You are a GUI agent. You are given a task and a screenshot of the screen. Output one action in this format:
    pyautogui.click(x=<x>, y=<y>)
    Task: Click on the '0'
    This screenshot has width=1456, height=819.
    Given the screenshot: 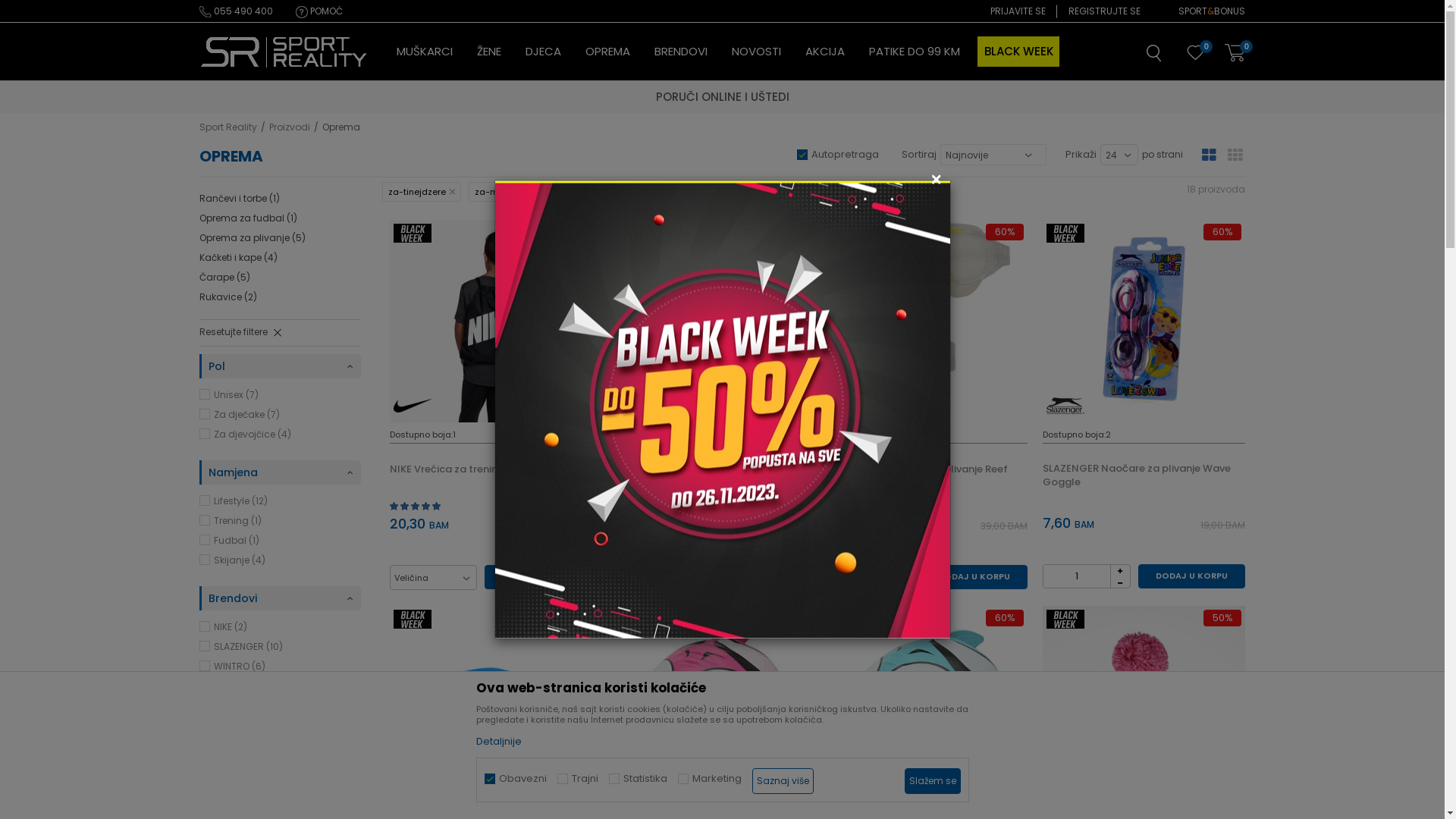 What is the action you would take?
    pyautogui.click(x=1194, y=54)
    